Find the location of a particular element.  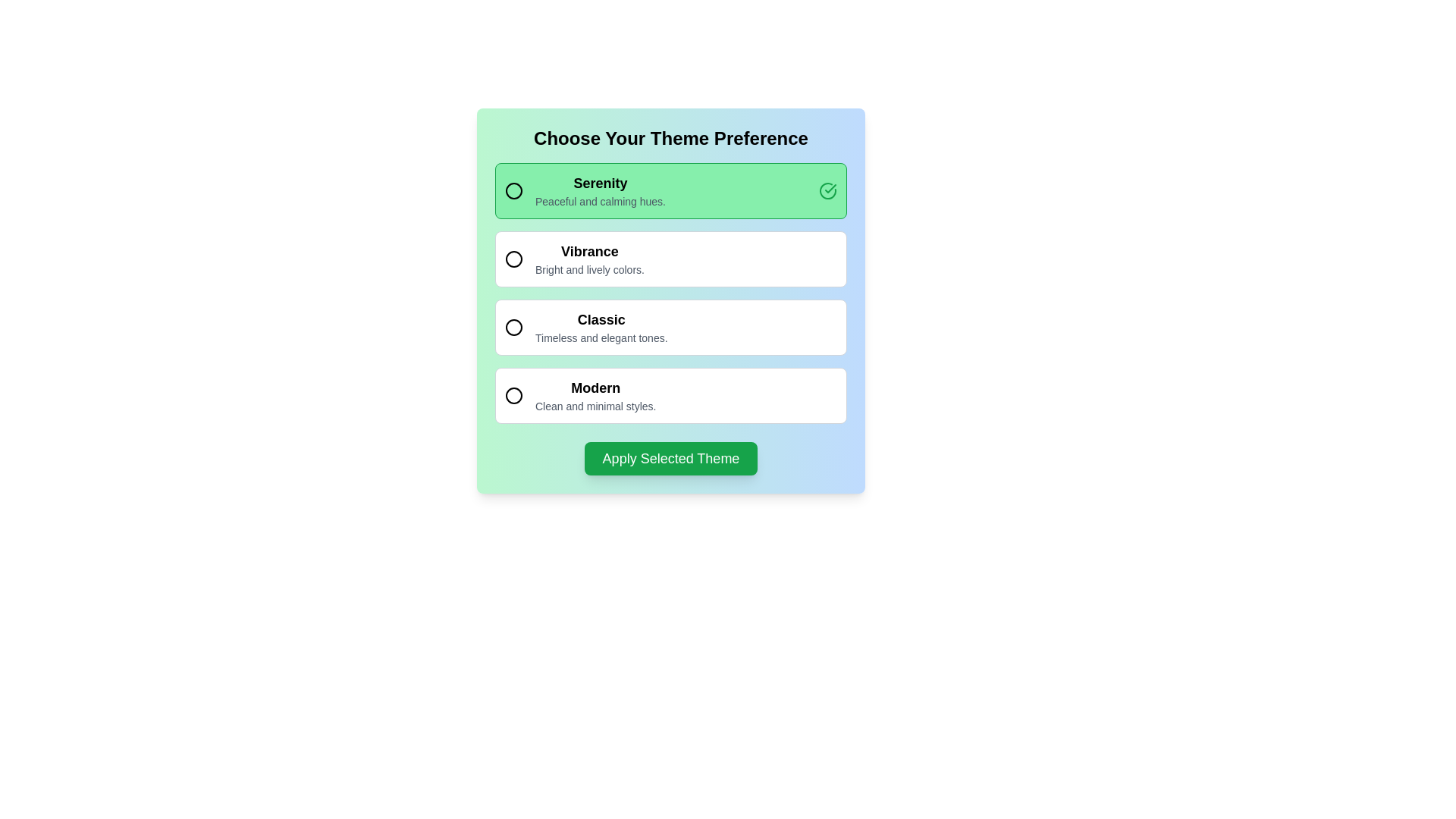

the 'Serenity' text block, which is the first entry in the theme selection list under 'Choose Your Theme Preference', featuring a bold title and a description on a green background is located at coordinates (600, 190).